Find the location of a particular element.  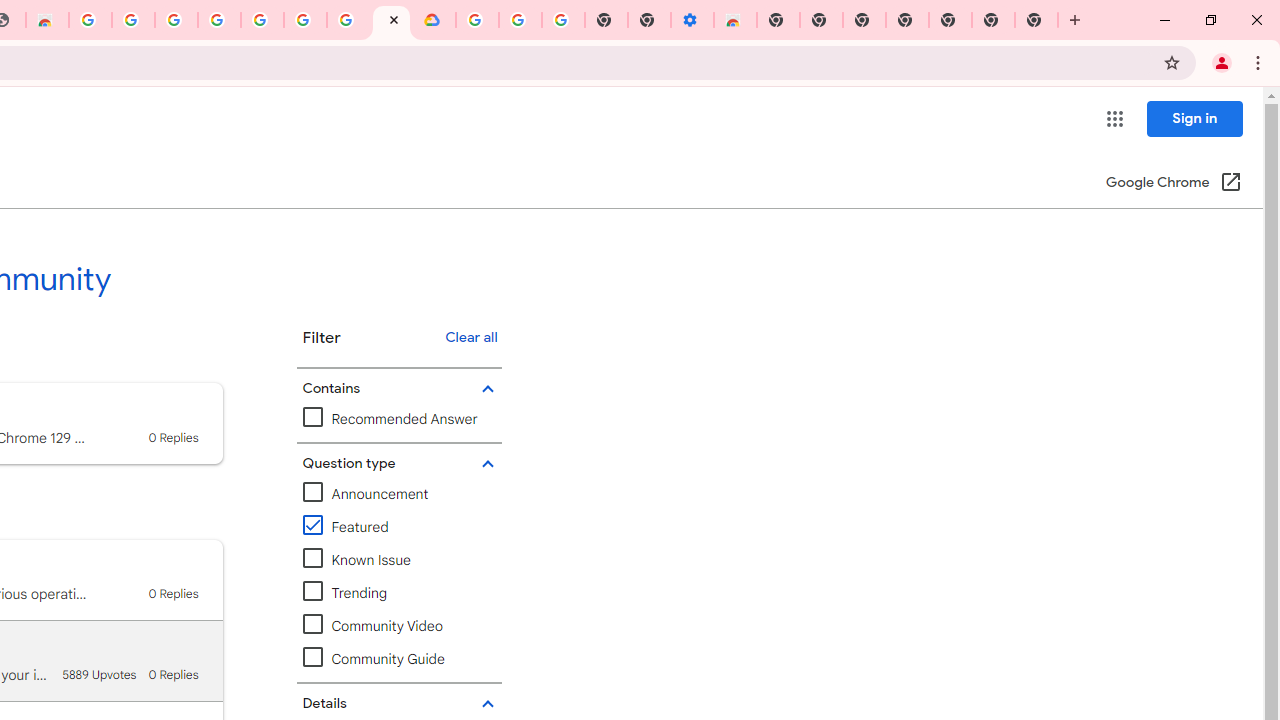

'Trending' is located at coordinates (344, 592).